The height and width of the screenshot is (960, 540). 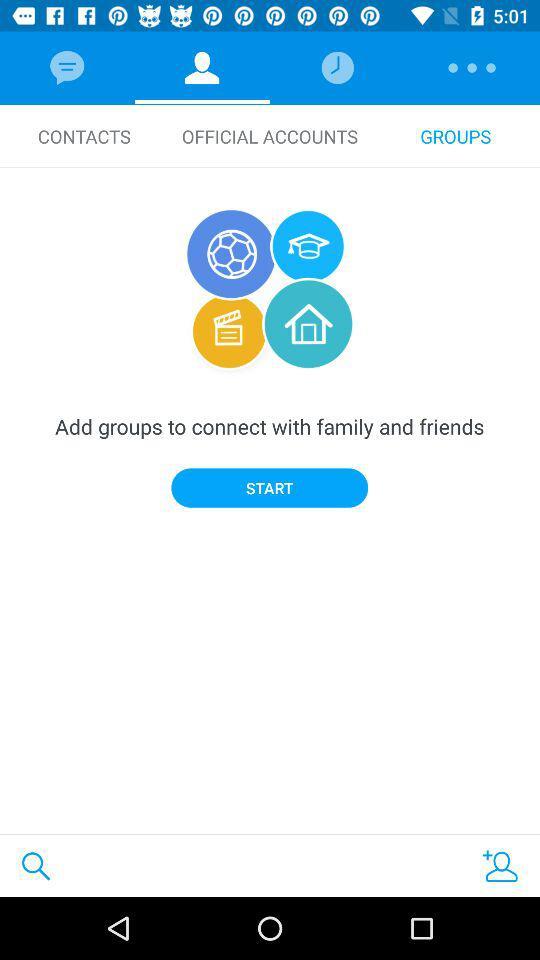 What do you see at coordinates (83, 135) in the screenshot?
I see `icon to the left of official accounts` at bounding box center [83, 135].